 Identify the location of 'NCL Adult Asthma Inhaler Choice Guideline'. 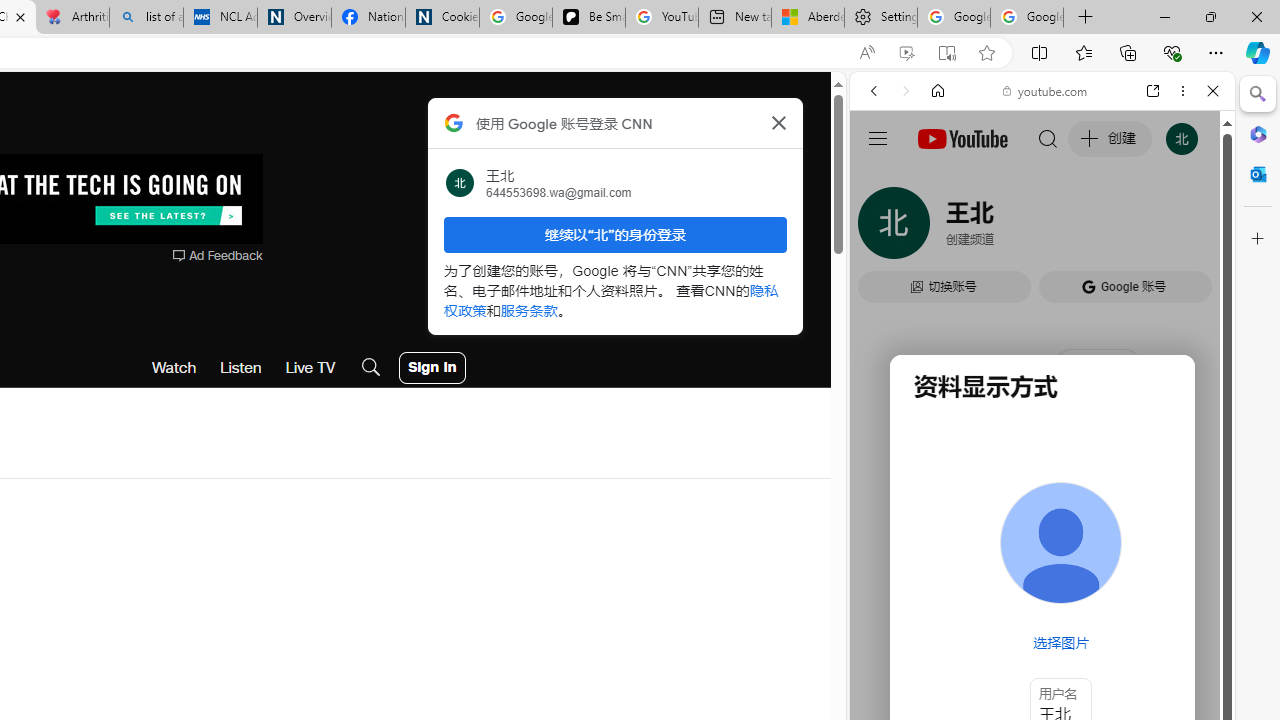
(220, 17).